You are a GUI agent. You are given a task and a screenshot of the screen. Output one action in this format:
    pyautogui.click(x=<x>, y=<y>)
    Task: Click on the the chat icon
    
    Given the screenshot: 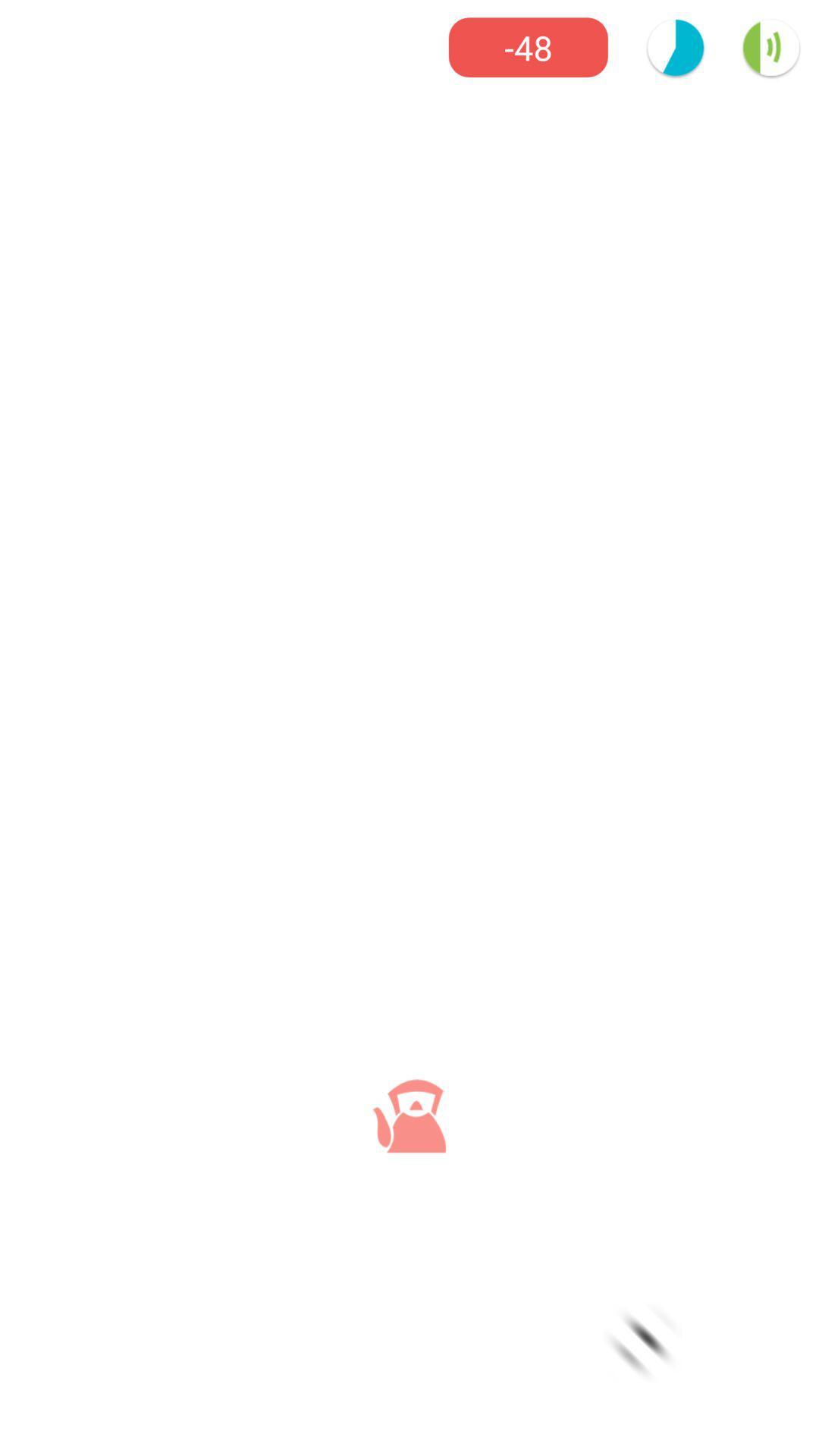 What is the action you would take?
    pyautogui.click(x=409, y=1116)
    